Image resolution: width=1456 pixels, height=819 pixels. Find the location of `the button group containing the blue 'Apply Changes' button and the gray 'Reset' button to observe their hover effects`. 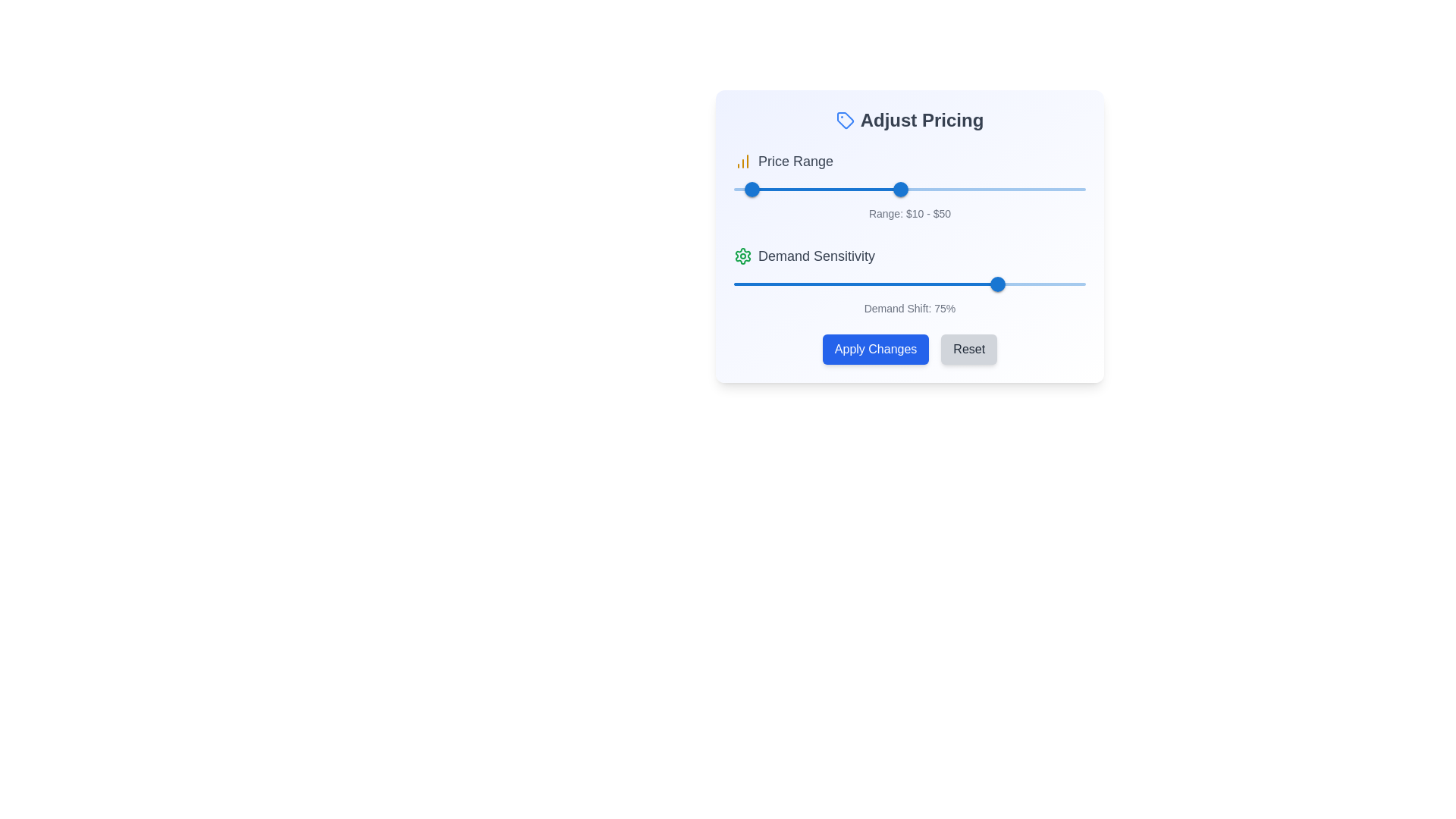

the button group containing the blue 'Apply Changes' button and the gray 'Reset' button to observe their hover effects is located at coordinates (910, 350).